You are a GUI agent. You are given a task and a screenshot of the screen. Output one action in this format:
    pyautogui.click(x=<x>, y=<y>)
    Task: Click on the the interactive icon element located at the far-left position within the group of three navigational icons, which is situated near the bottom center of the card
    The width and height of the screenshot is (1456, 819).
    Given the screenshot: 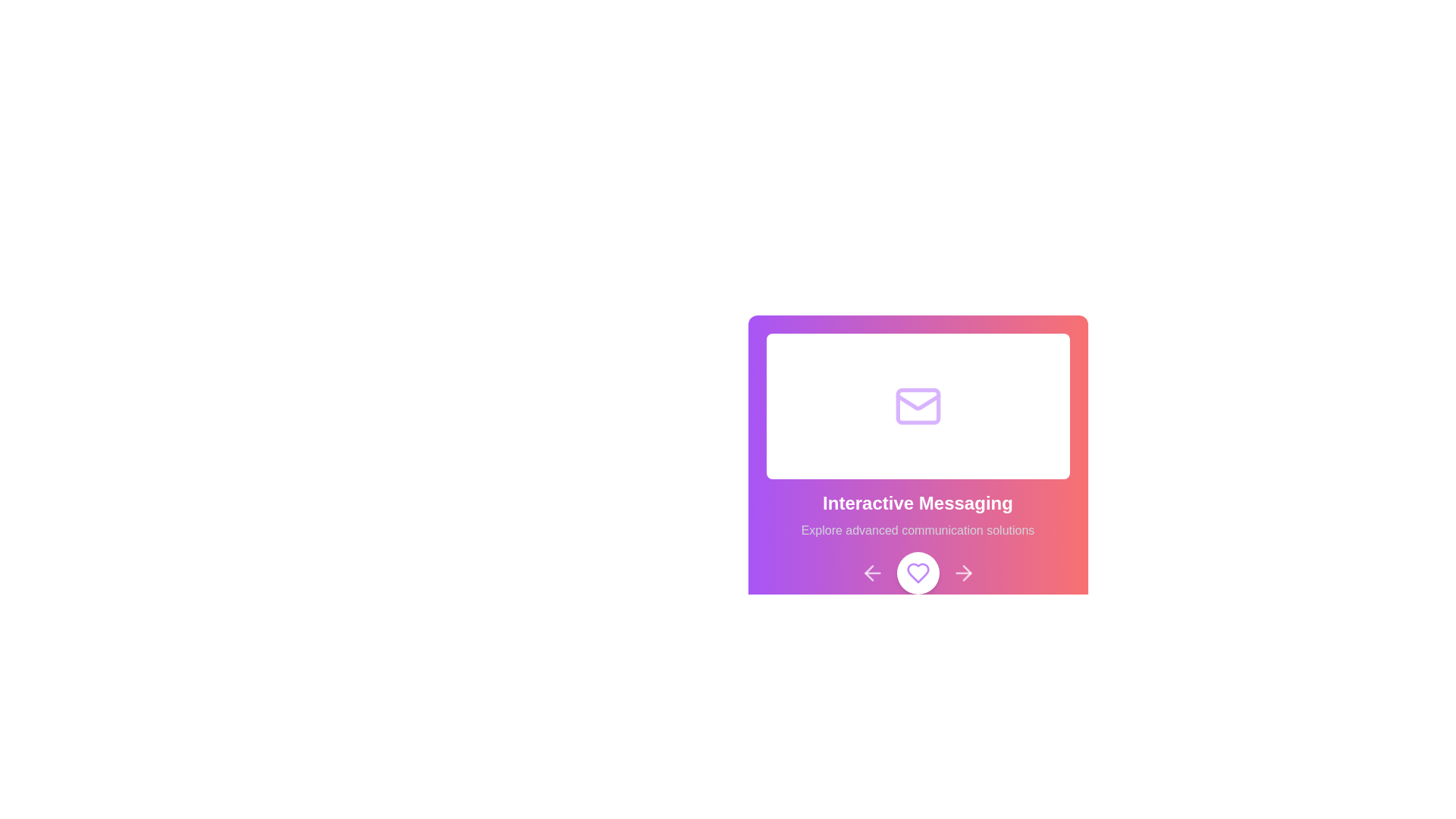 What is the action you would take?
    pyautogui.click(x=872, y=573)
    